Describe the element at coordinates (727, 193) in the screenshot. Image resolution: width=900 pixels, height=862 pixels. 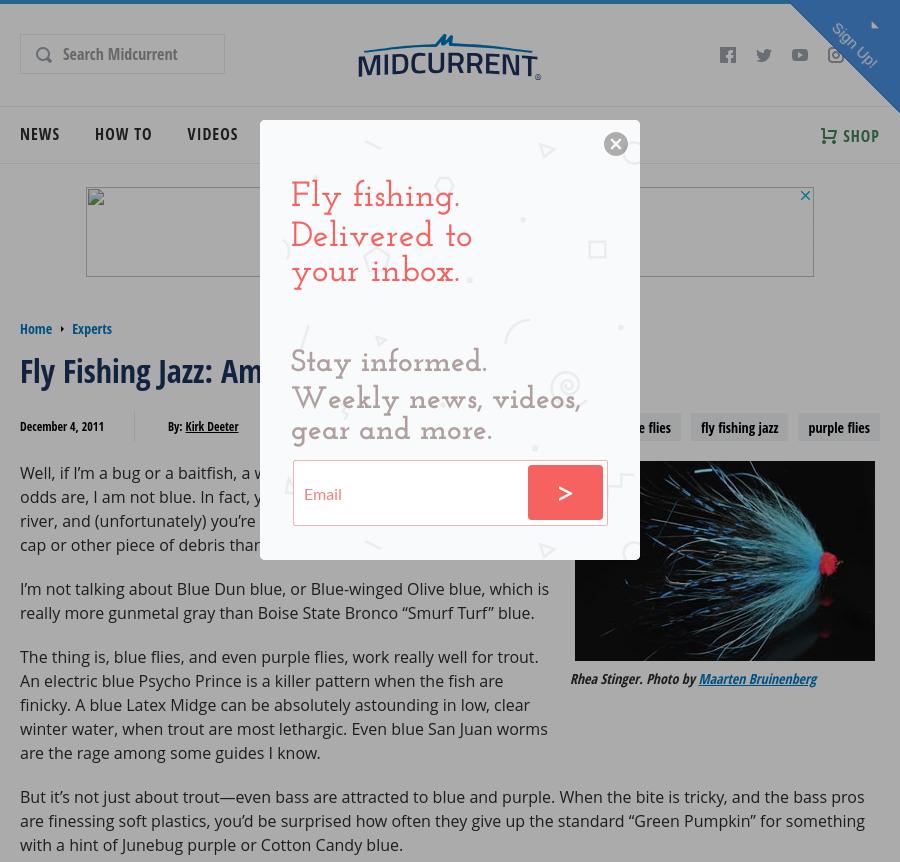
I see `'Conservation'` at that location.